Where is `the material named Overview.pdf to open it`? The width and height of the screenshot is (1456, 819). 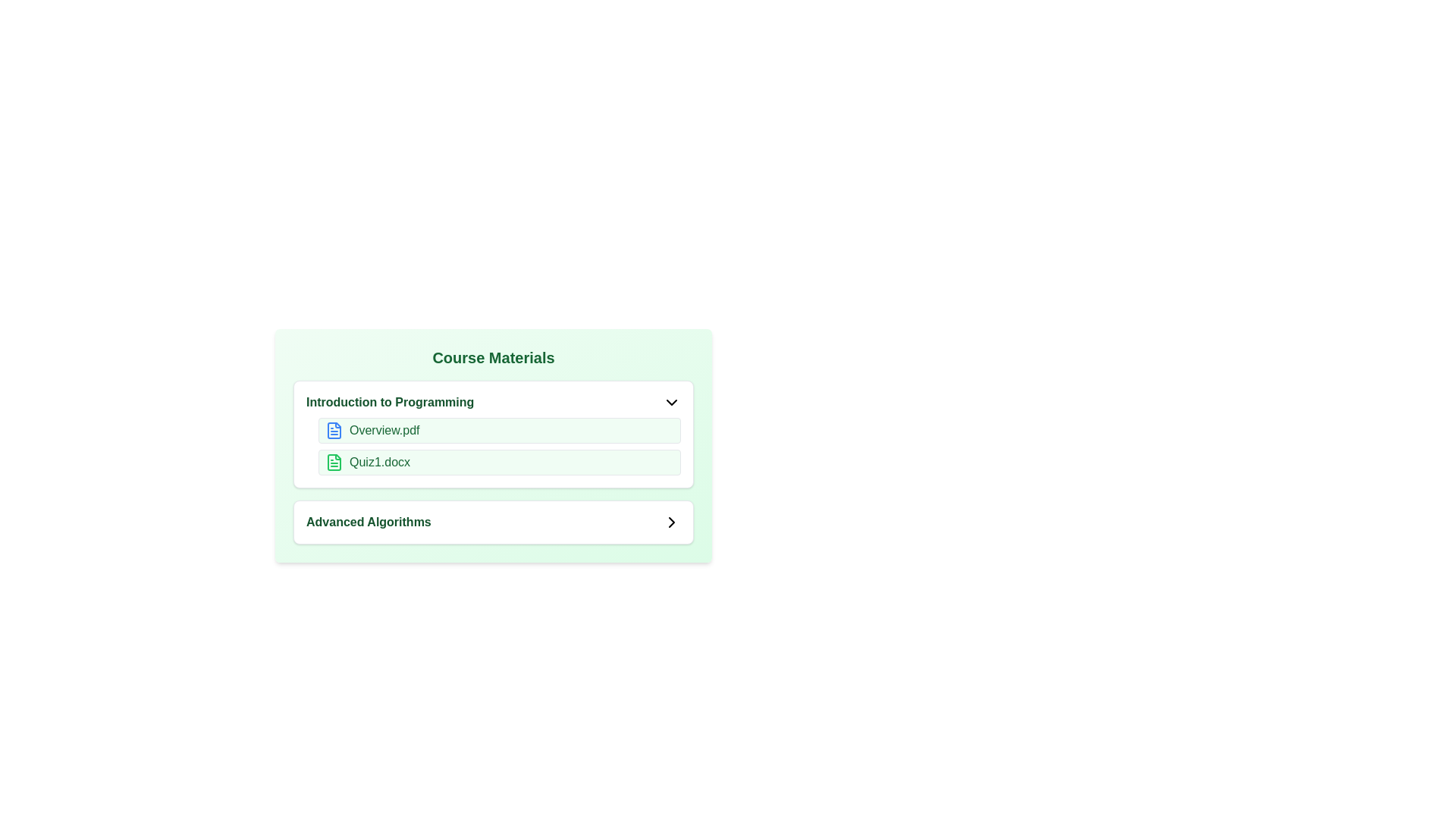 the material named Overview.pdf to open it is located at coordinates (334, 430).